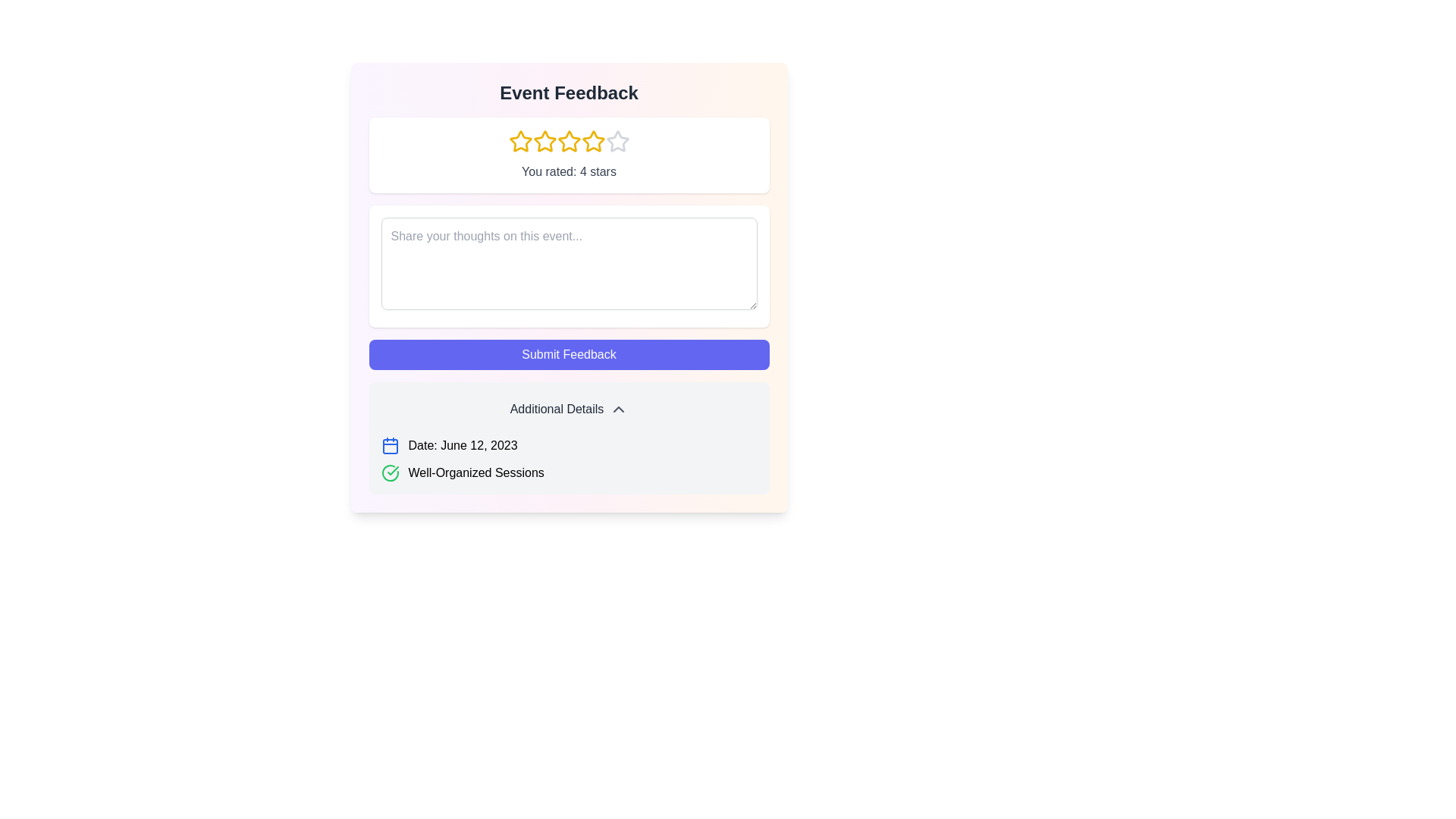  What do you see at coordinates (475, 472) in the screenshot?
I see `the text label displaying 'Well-Organized Sessions' which is located in the 'Additional Details' section and is positioned to the right of a green checkmark icon` at bounding box center [475, 472].